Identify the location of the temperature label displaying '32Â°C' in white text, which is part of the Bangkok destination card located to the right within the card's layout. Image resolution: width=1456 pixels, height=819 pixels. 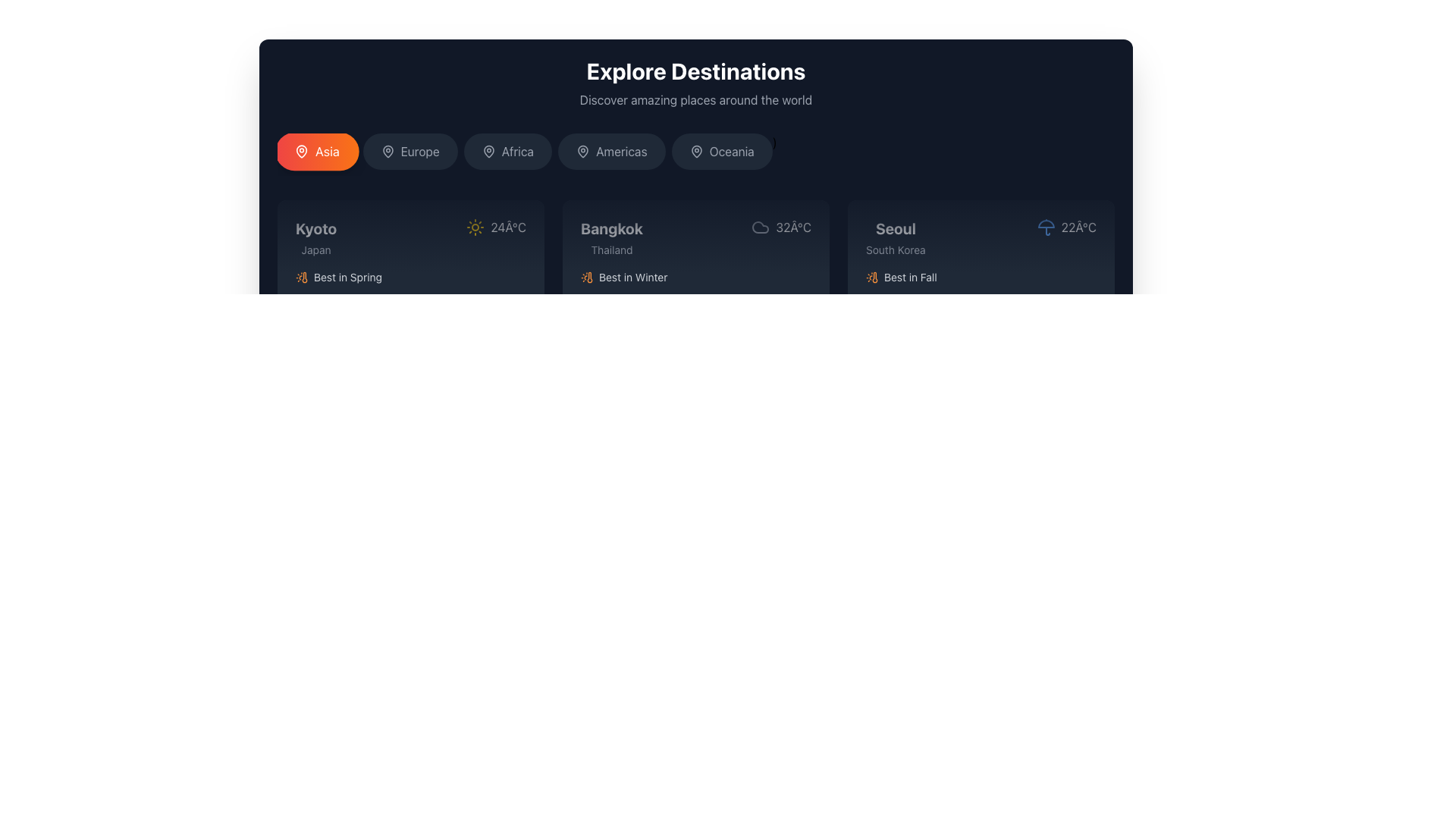
(792, 227).